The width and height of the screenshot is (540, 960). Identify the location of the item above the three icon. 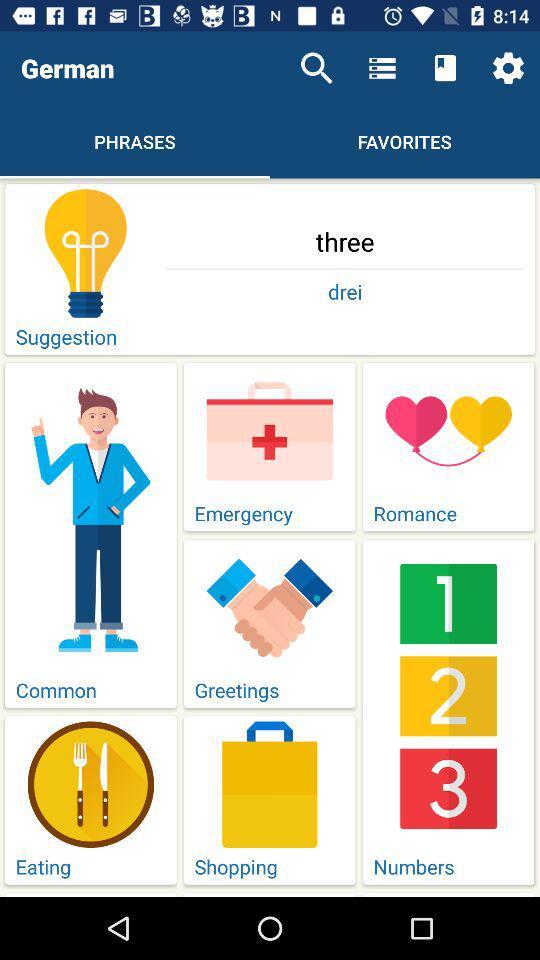
(508, 68).